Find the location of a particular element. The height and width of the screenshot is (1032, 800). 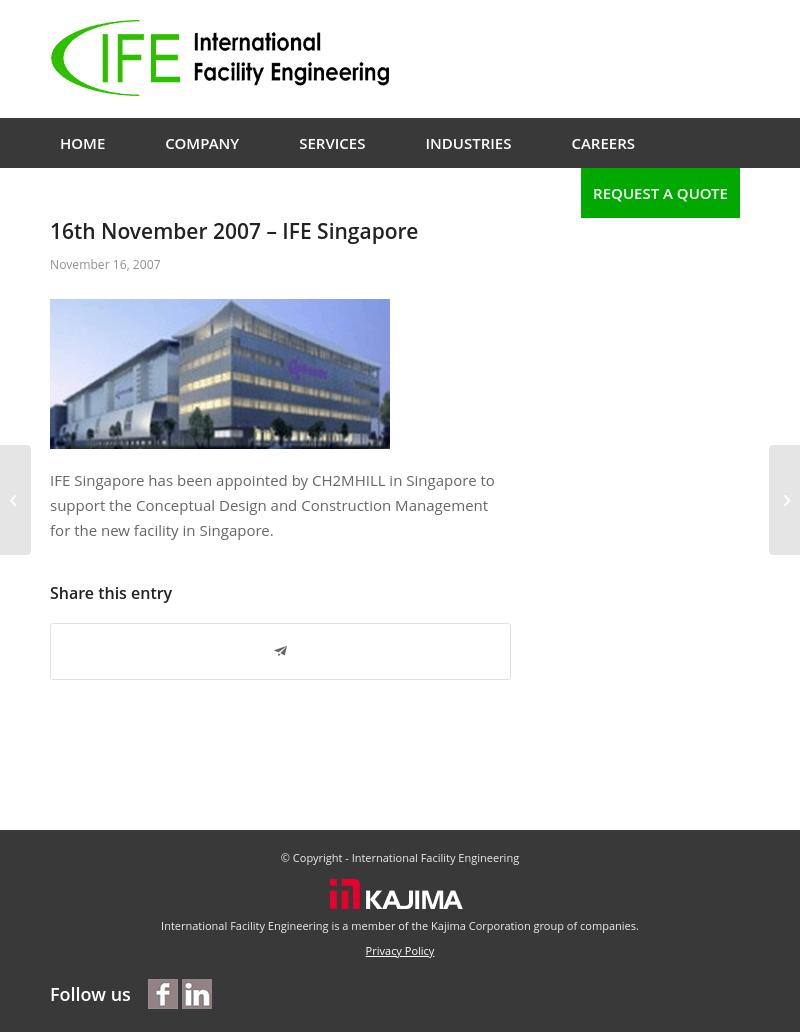

'Services' is located at coordinates (331, 142).